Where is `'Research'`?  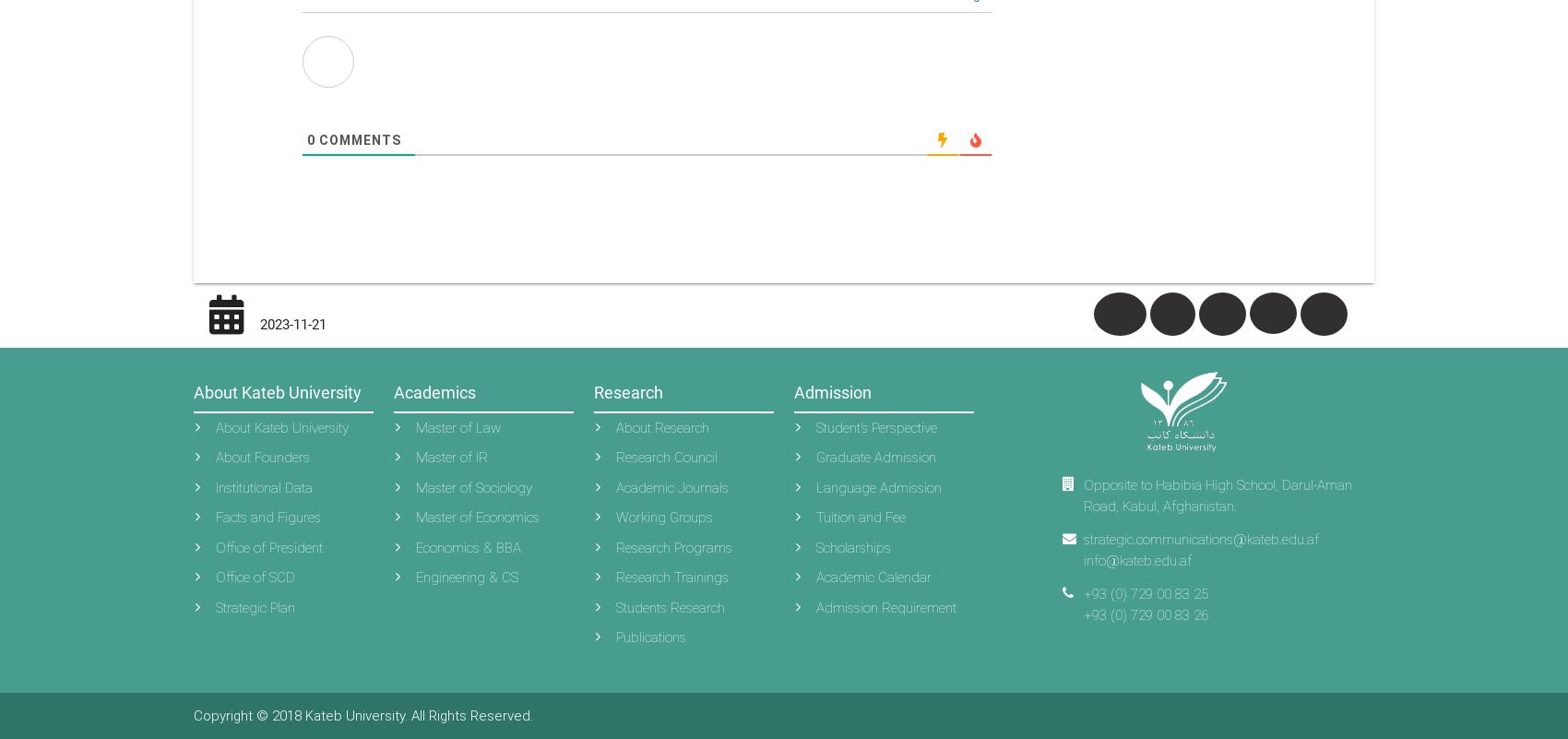
'Research' is located at coordinates (628, 391).